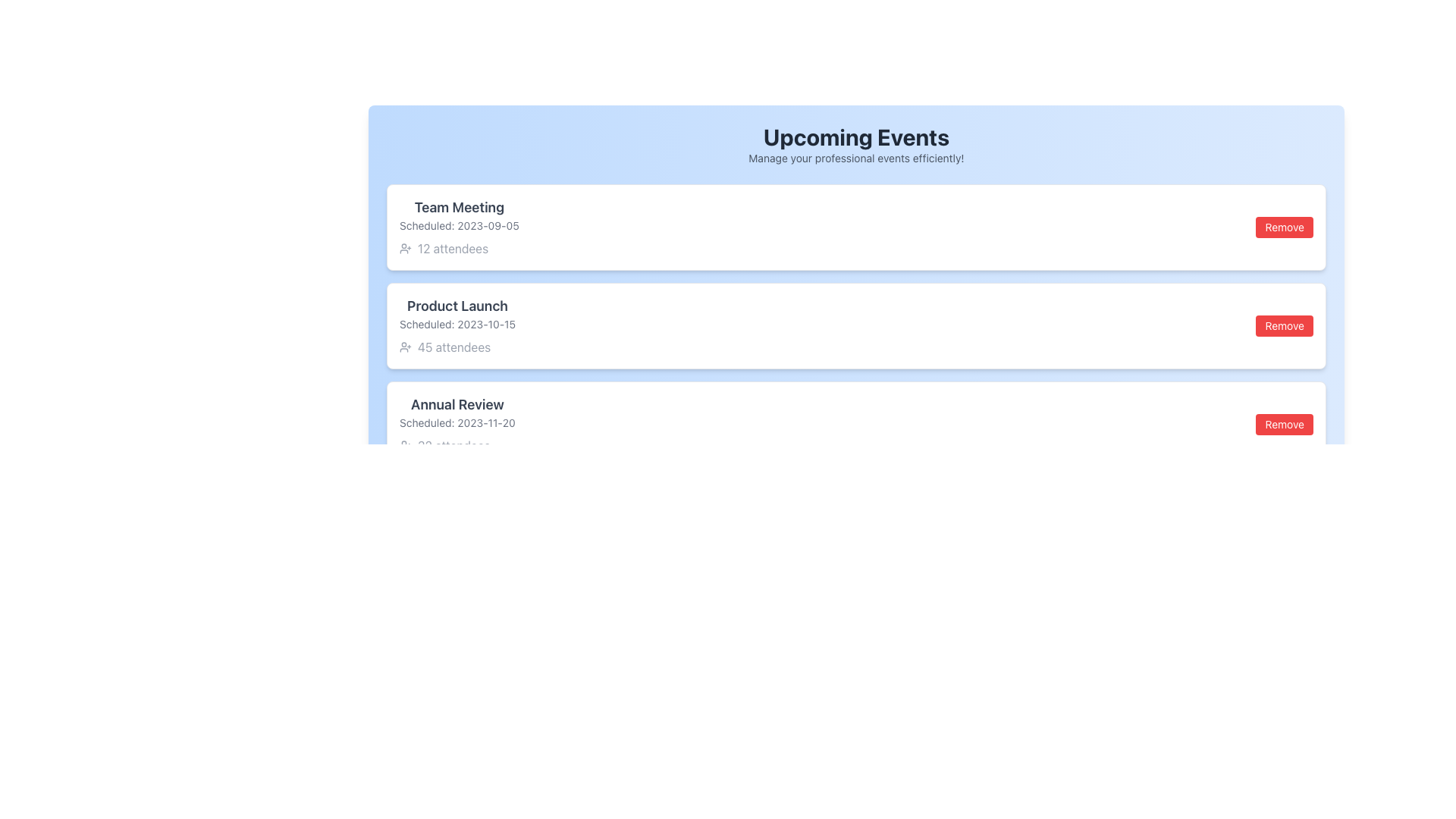  I want to click on the Informational Text Block that provides details about the 'Product Launch' event, located between 'Team Meeting' and 'Annual Review', so click(457, 325).